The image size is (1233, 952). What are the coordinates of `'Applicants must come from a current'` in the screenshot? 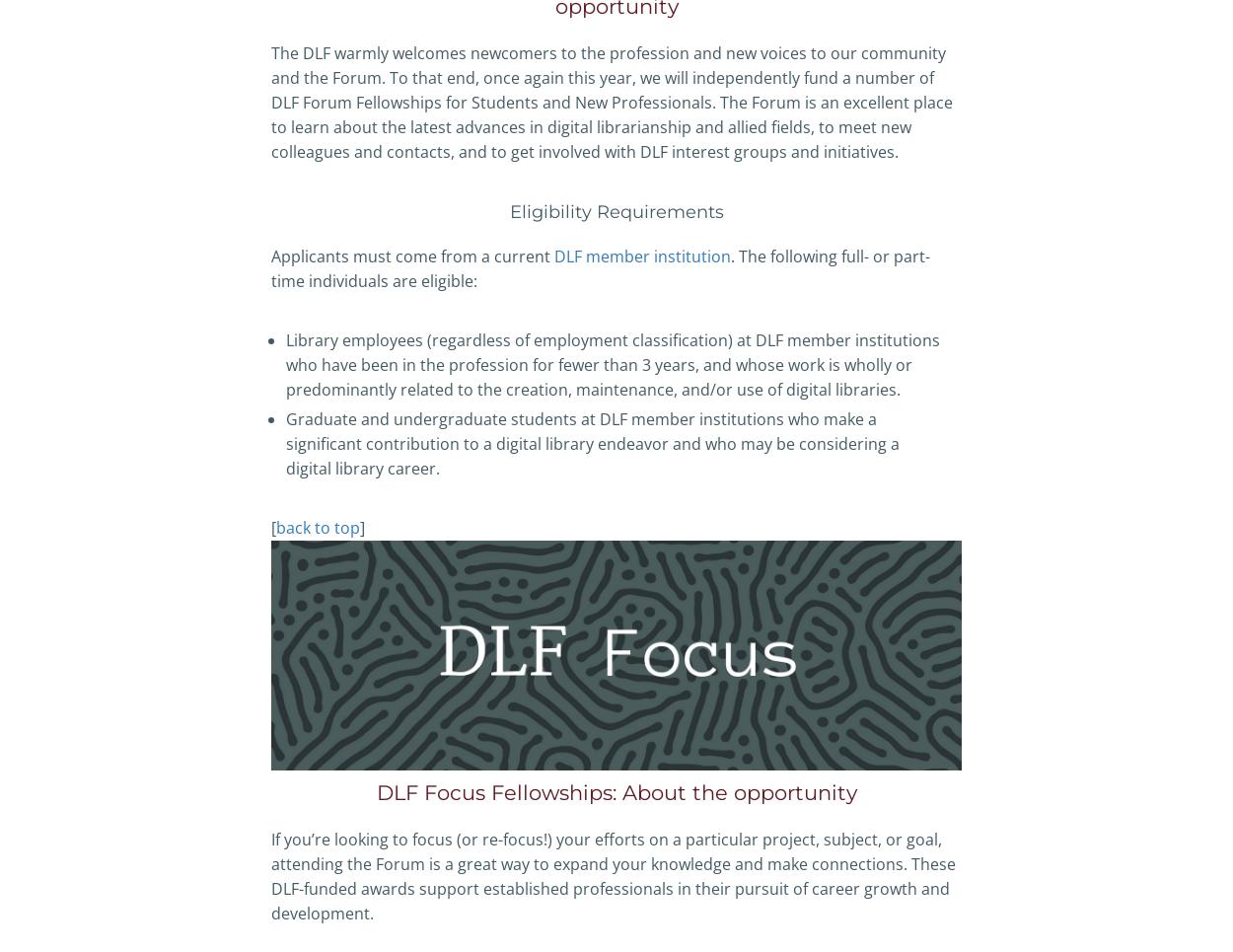 It's located at (412, 255).